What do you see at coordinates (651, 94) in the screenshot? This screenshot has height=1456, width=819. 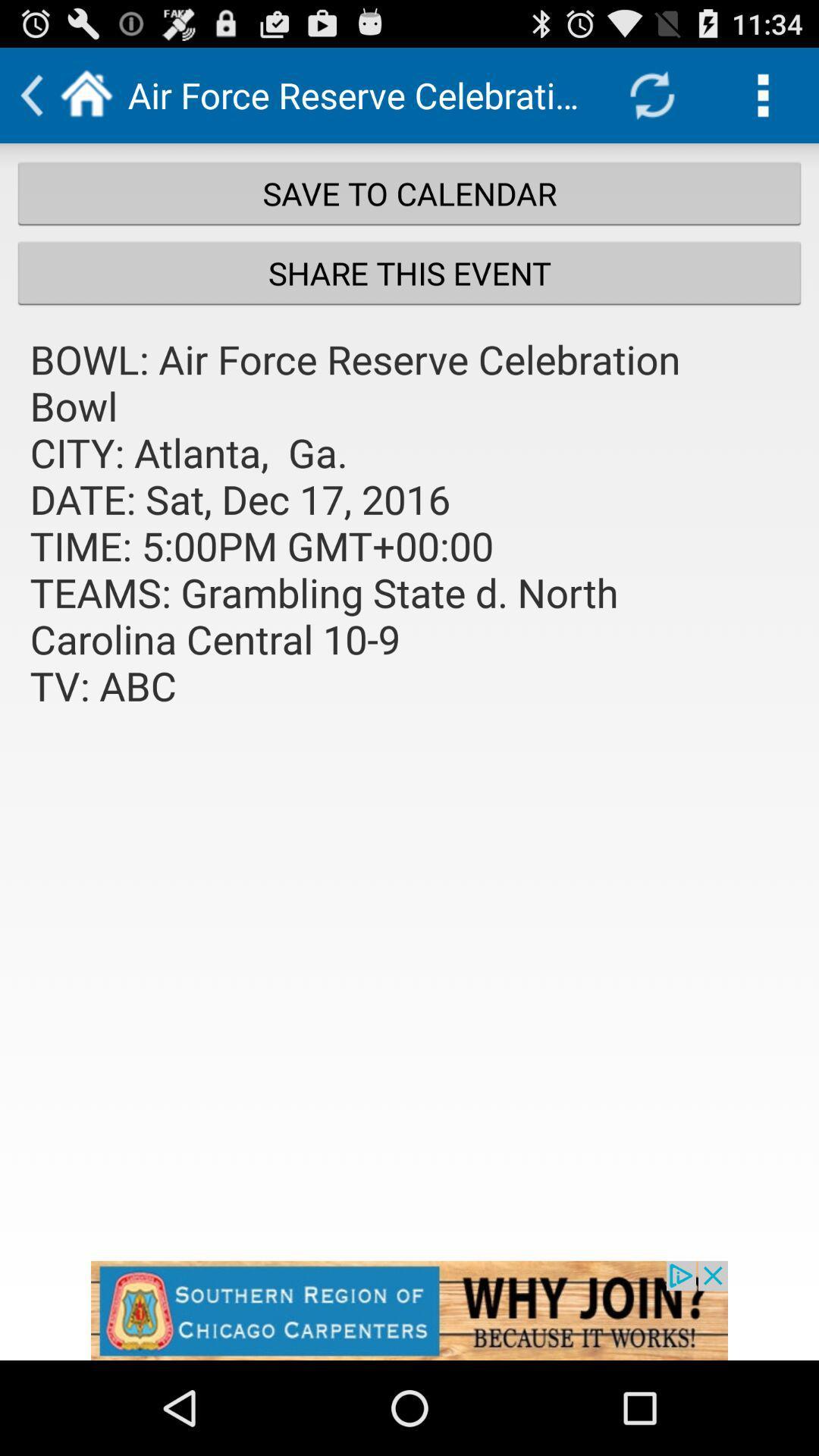 I see `update` at bounding box center [651, 94].